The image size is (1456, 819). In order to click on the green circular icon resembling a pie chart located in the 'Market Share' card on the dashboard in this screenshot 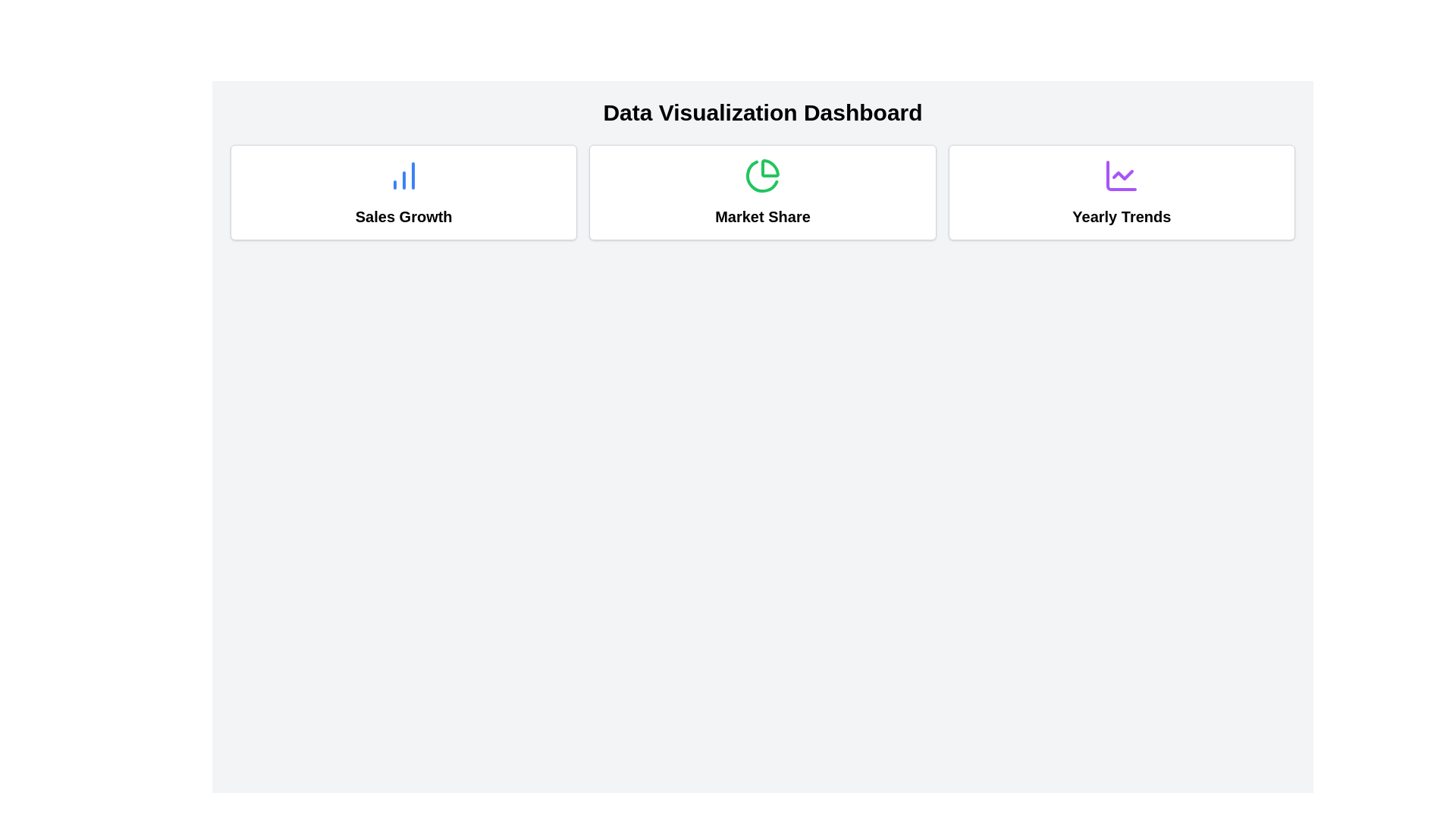, I will do `click(763, 174)`.